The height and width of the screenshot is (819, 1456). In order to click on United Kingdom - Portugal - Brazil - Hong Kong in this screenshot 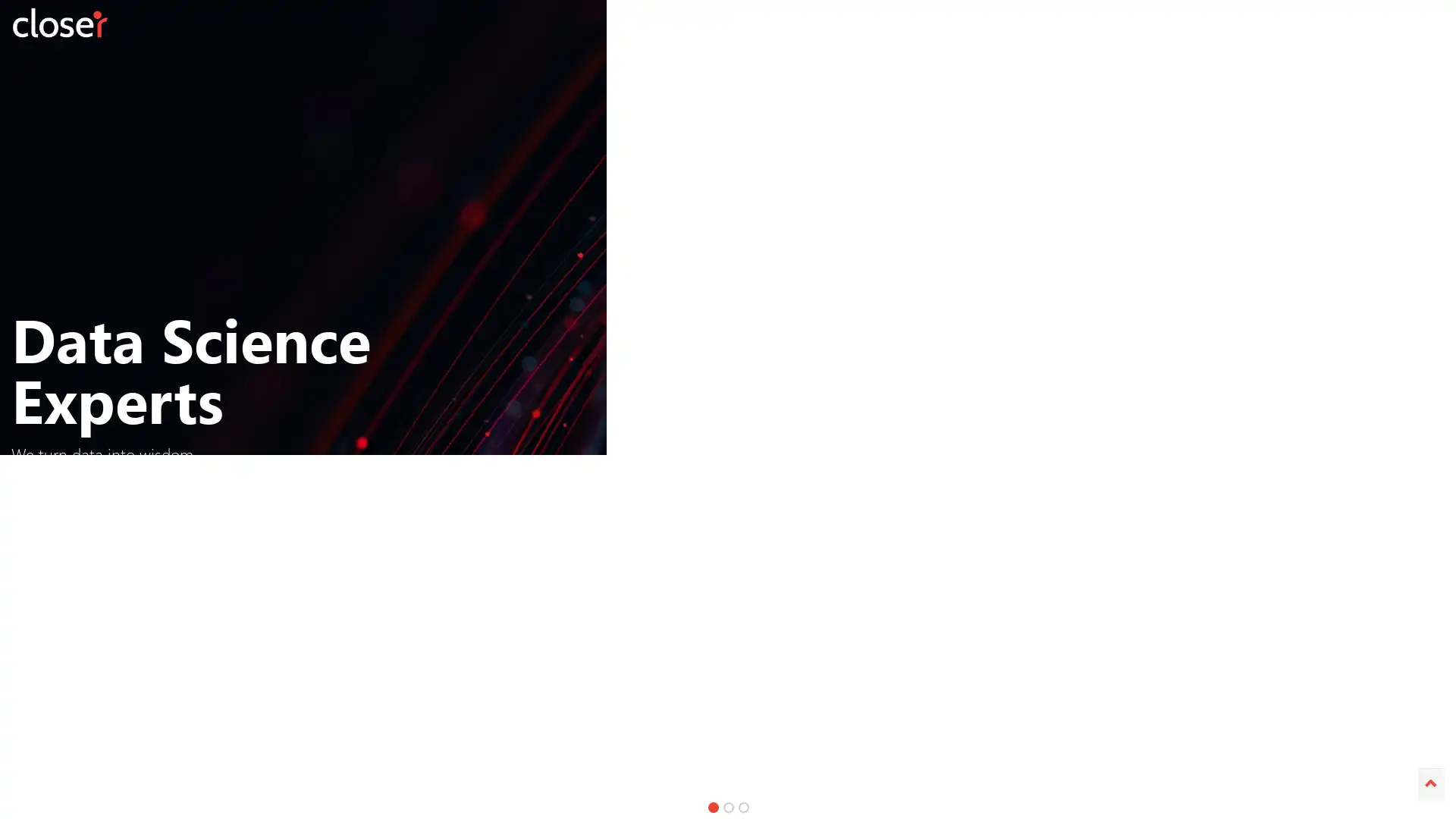, I will do `click(475, 495)`.